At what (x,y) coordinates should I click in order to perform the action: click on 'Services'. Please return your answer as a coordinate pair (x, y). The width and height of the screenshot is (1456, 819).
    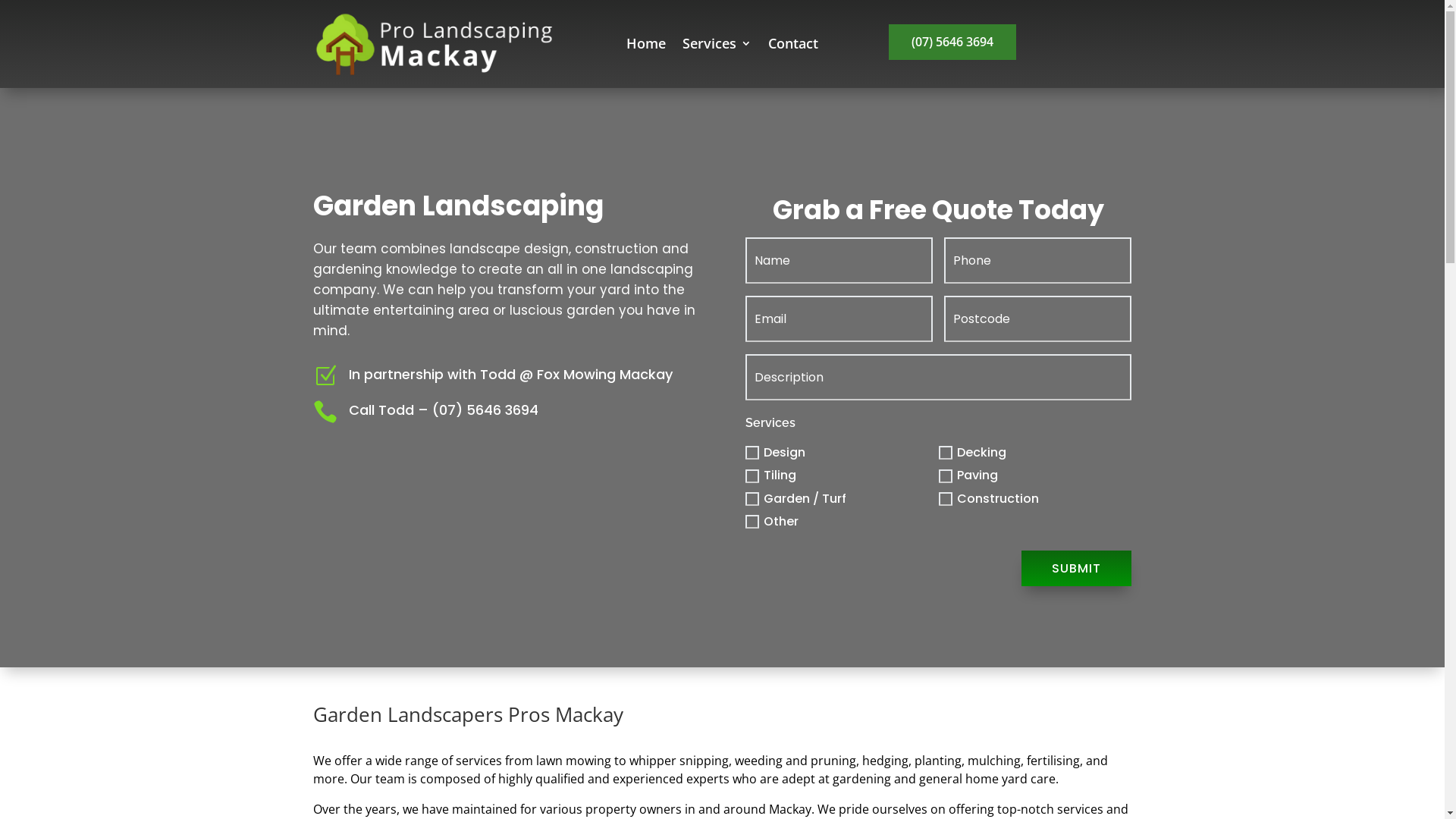
    Looking at the image, I should click on (716, 45).